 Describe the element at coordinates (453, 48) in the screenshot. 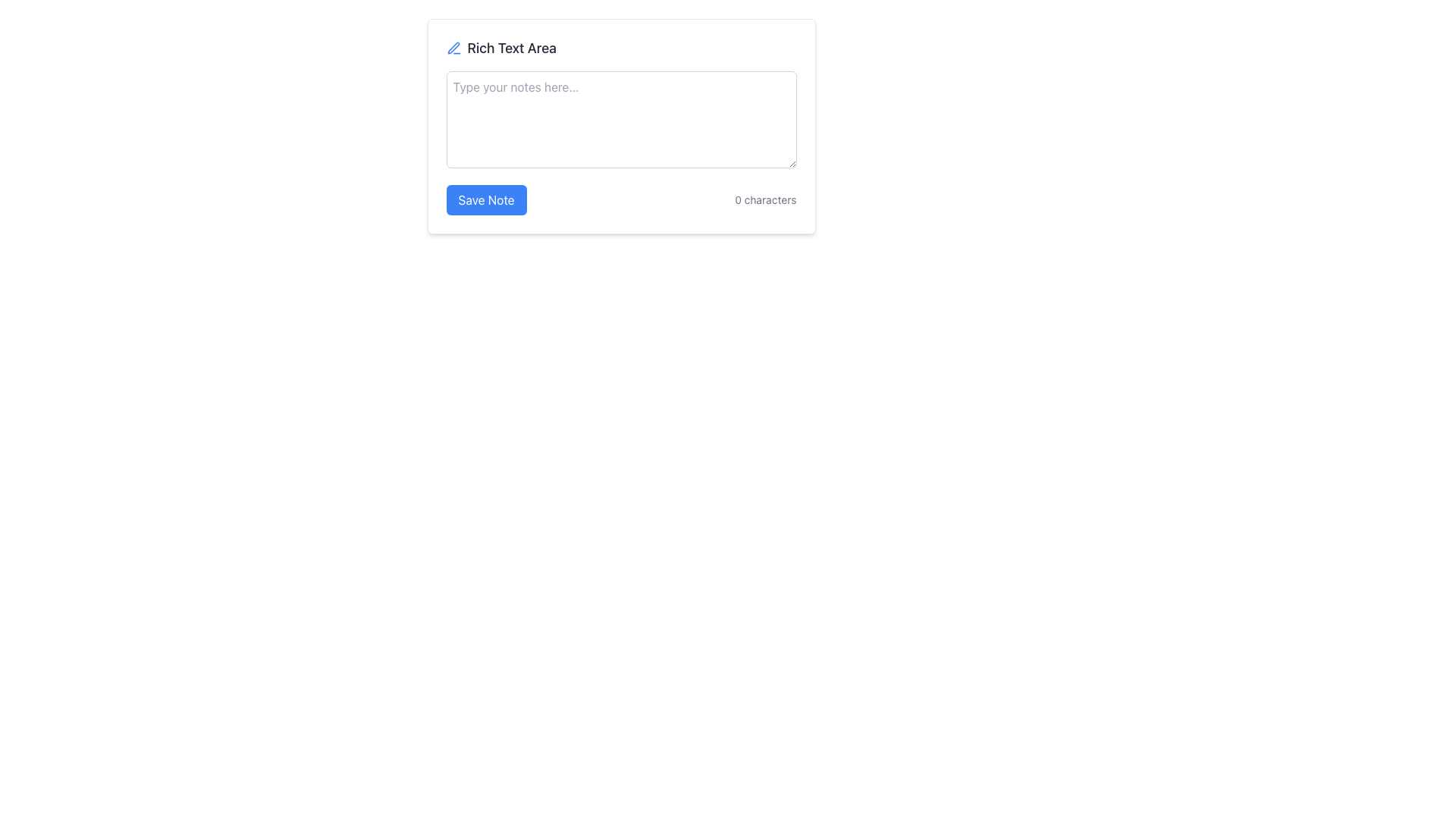

I see `the pen-like icon with a blue outline located to the left of the 'Rich Text Area' label` at that location.